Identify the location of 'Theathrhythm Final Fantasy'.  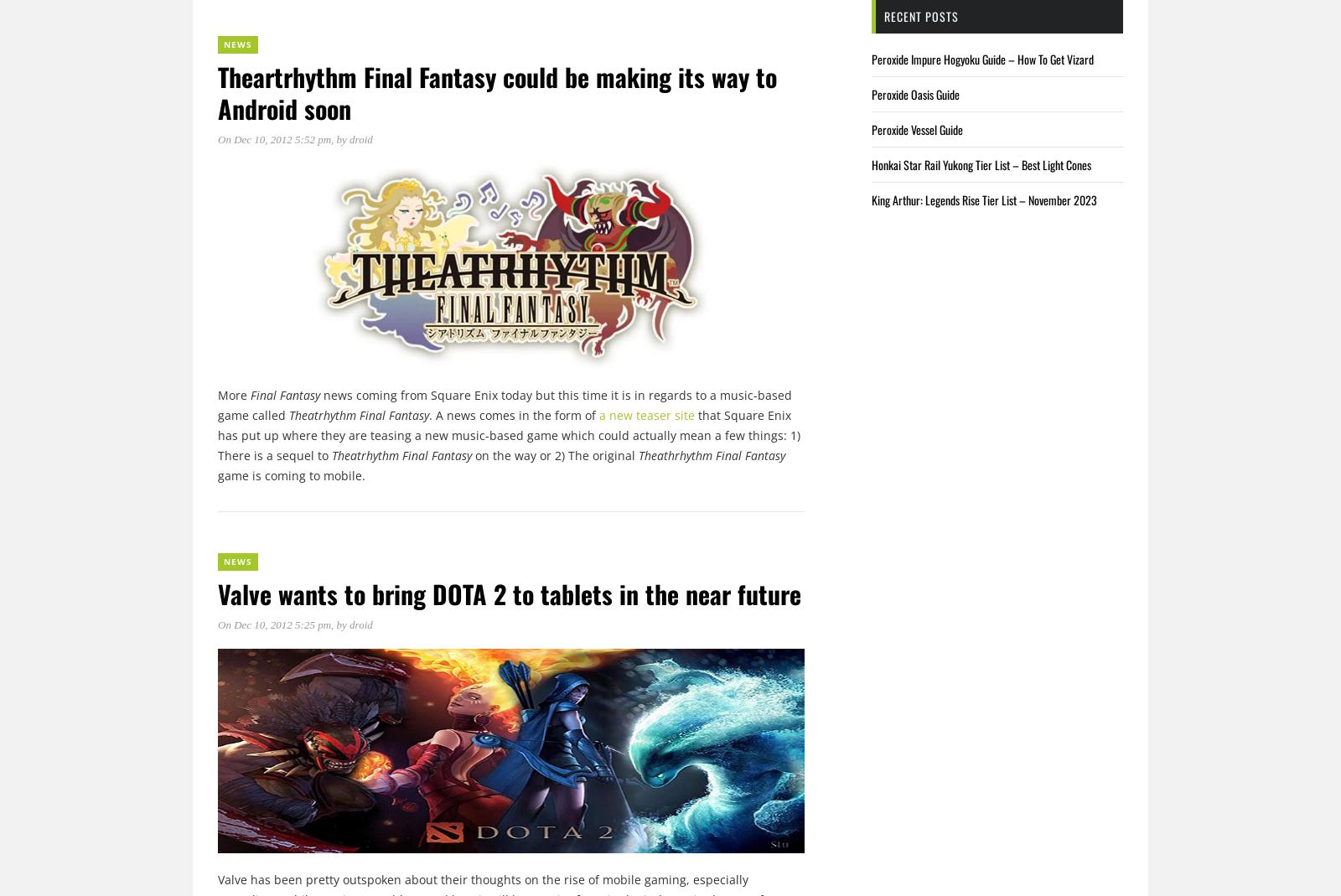
(709, 454).